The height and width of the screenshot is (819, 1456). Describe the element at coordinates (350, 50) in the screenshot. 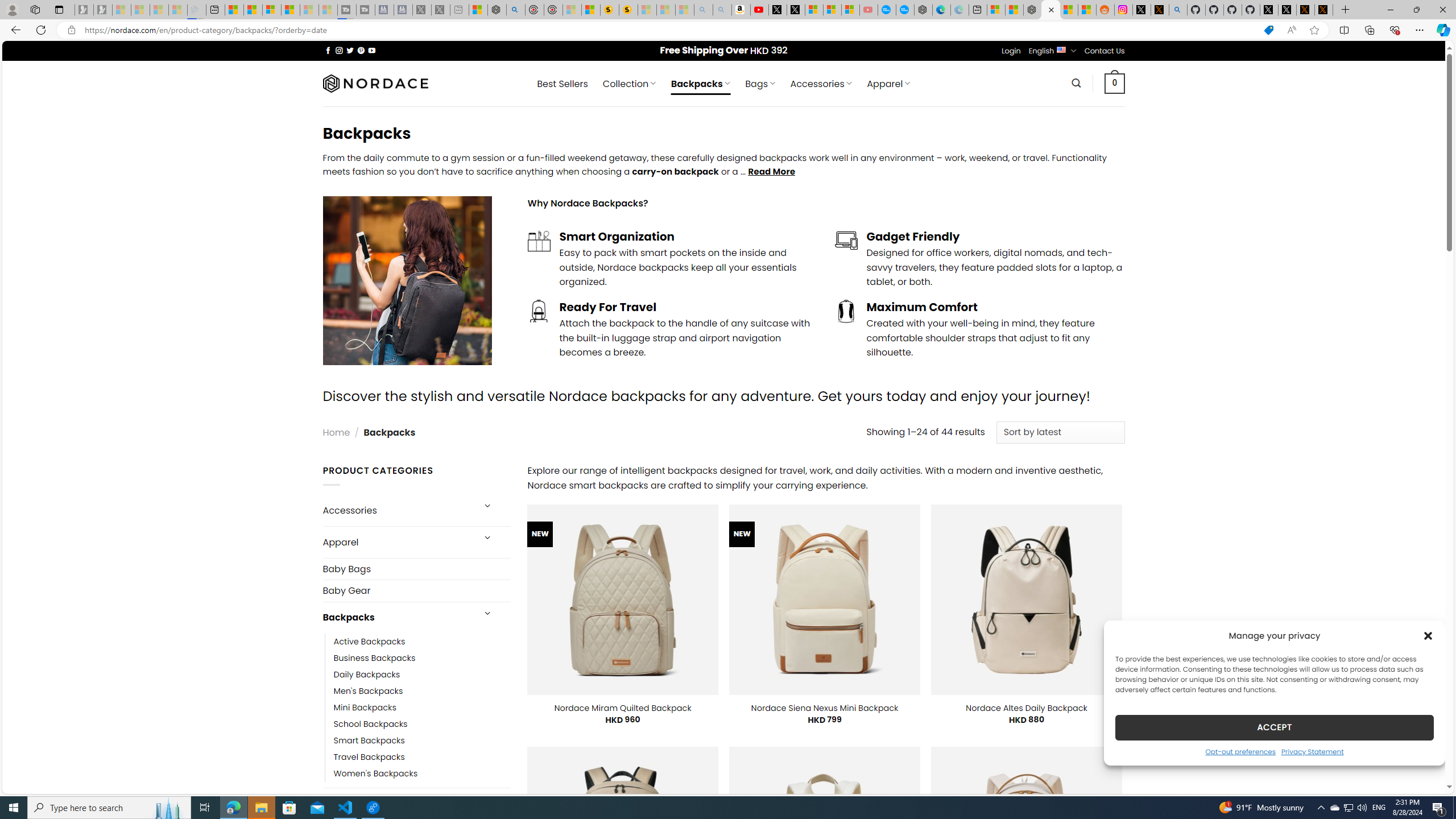

I see `'Follow on Twitter'` at that location.